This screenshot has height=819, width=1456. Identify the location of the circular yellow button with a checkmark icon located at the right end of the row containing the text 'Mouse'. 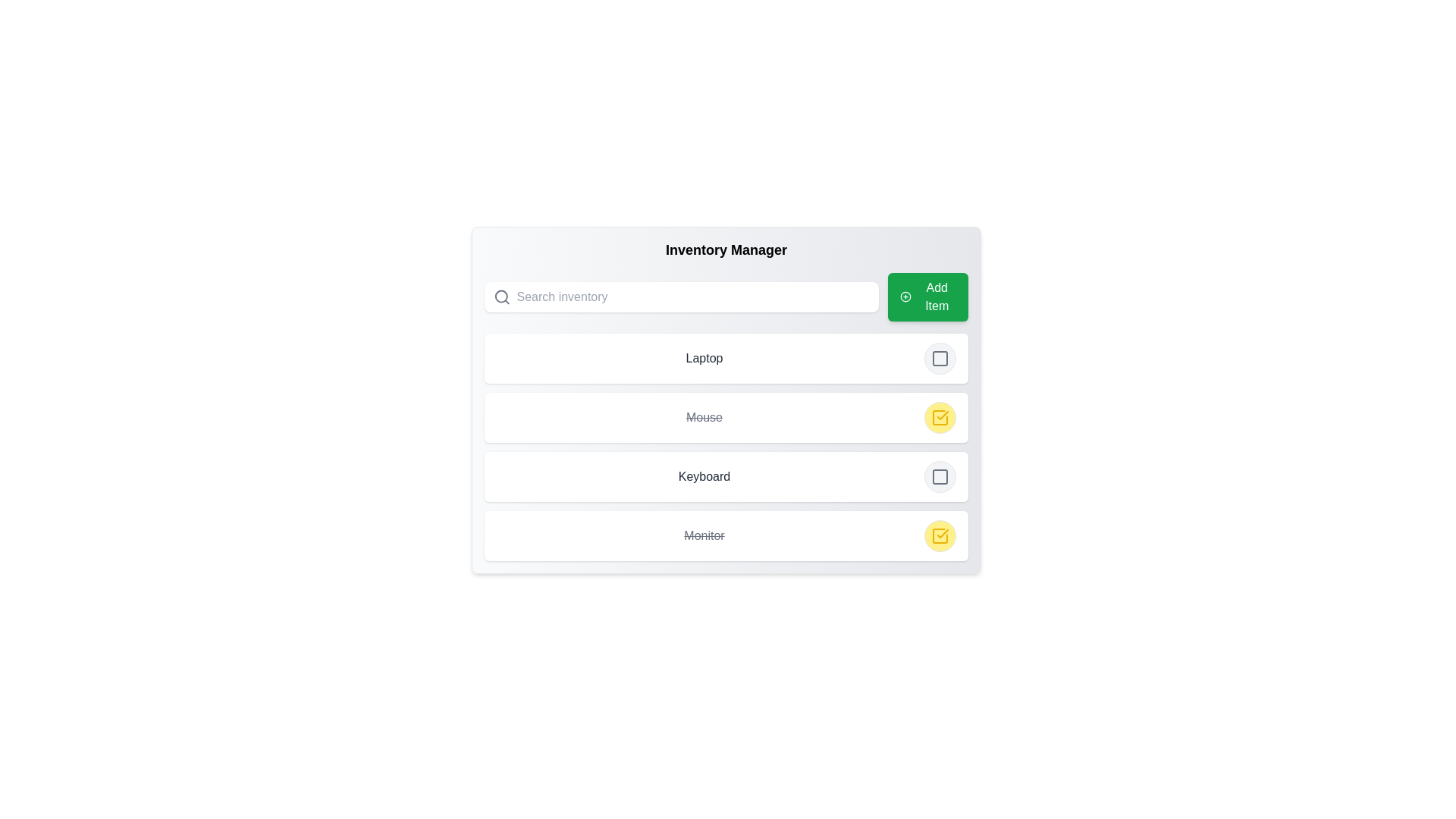
(939, 418).